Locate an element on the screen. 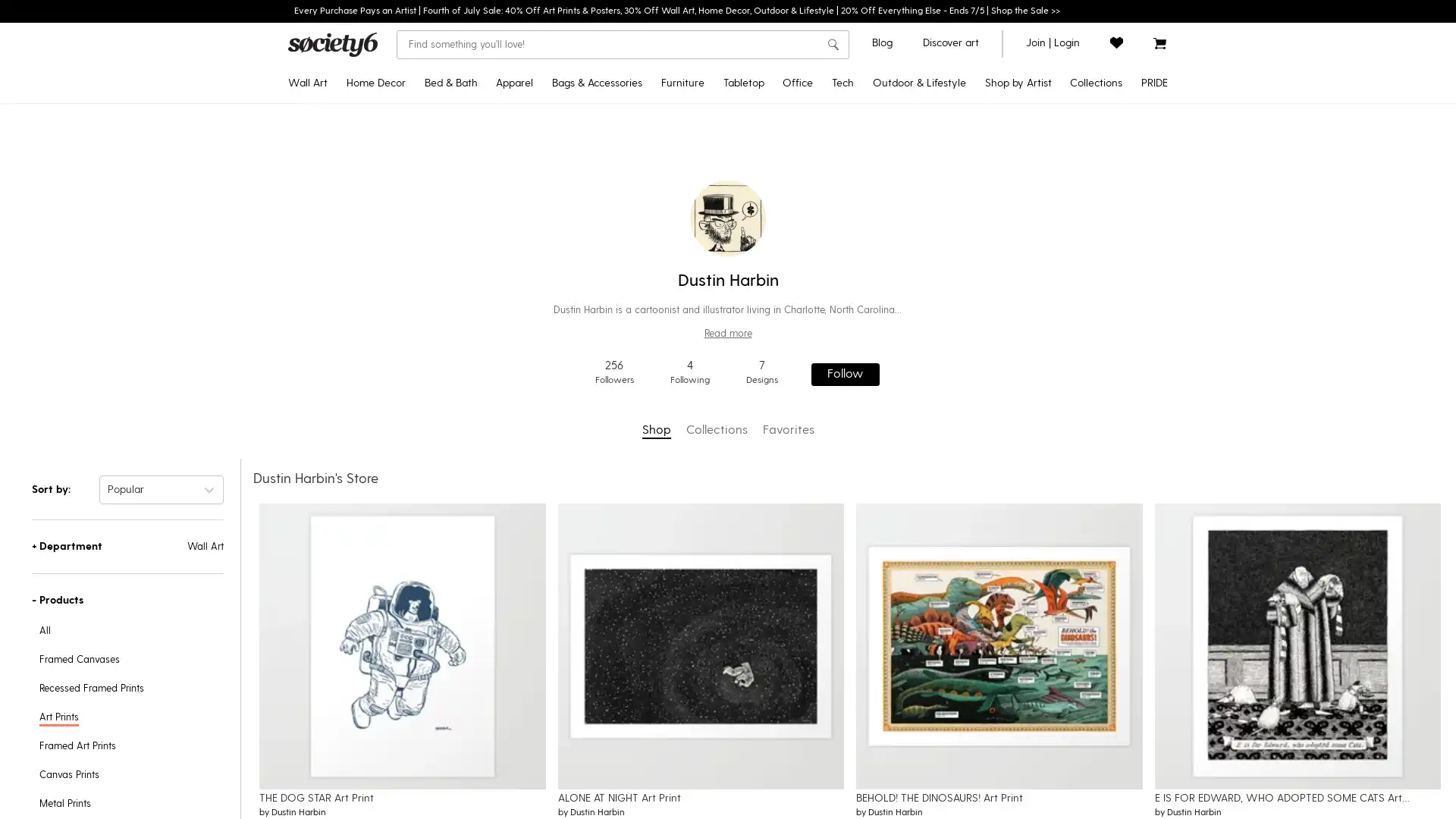 This screenshot has height=819, width=1456. Apple Watch Bands is located at coordinates (896, 292).